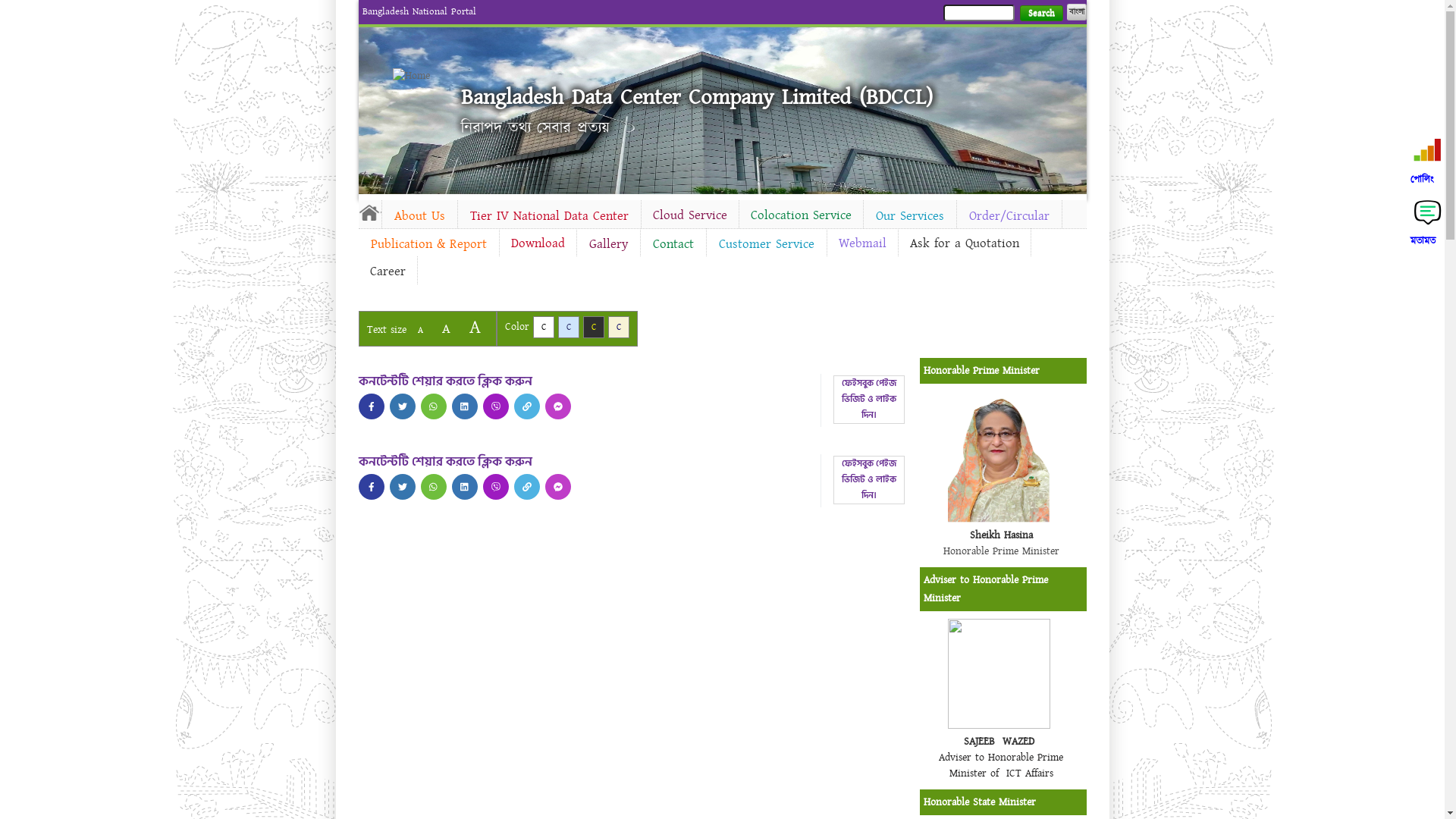 The width and height of the screenshot is (1456, 819). What do you see at coordinates (548, 216) in the screenshot?
I see `'Tier IV National Data Center'` at bounding box center [548, 216].